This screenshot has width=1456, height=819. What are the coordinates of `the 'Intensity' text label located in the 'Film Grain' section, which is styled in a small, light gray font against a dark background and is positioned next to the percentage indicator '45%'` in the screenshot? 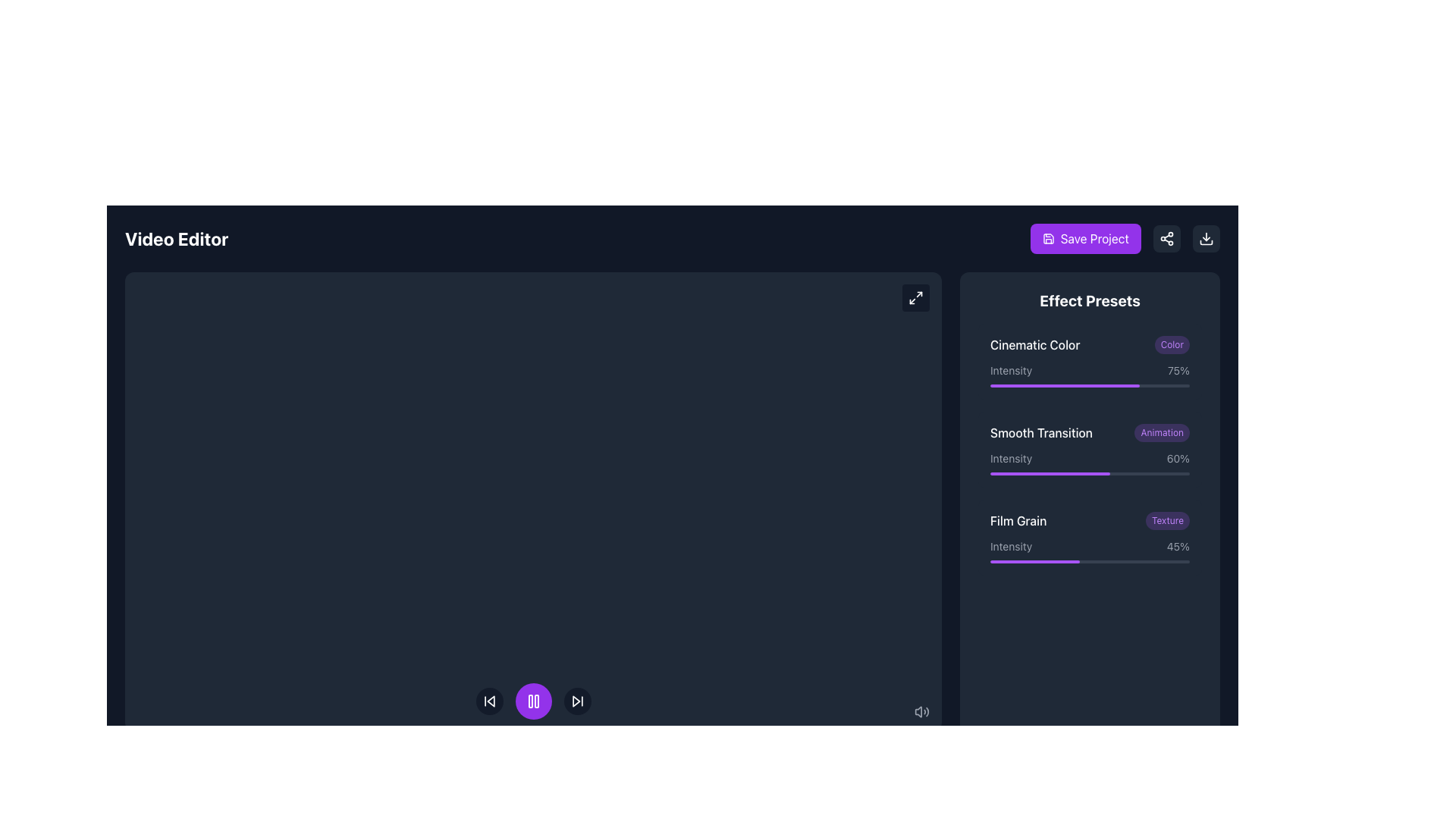 It's located at (1011, 547).